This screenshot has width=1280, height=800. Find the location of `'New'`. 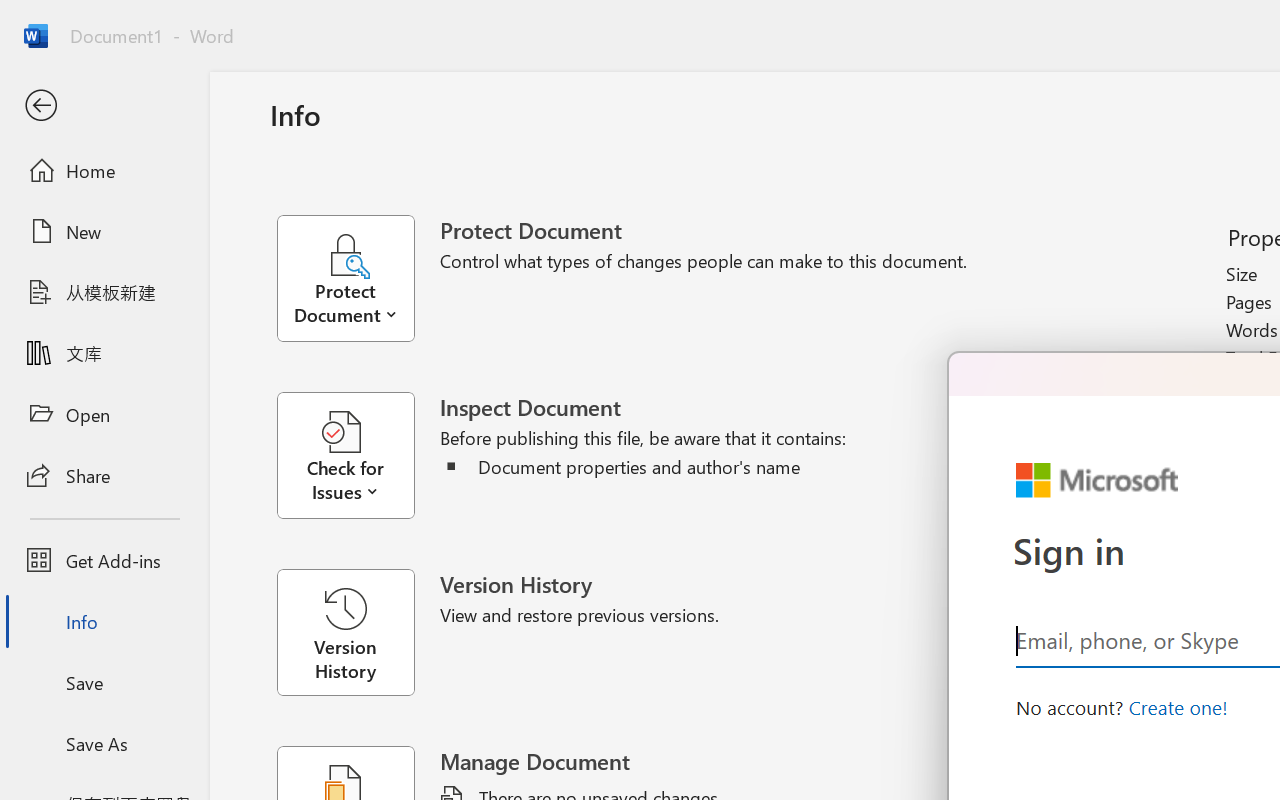

'New' is located at coordinates (103, 231).